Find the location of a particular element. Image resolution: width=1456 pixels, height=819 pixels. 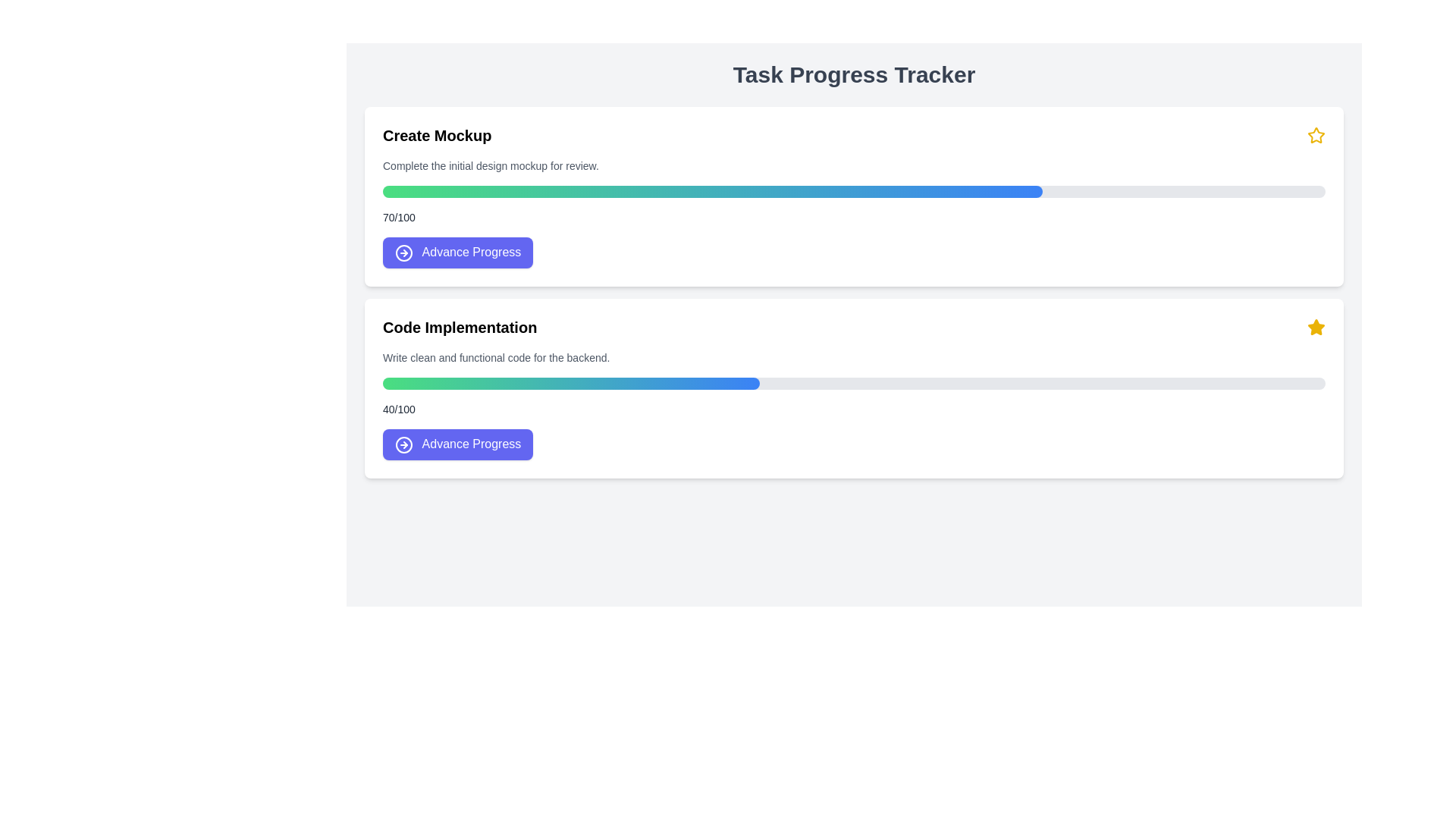

the progress indicator bar located under the 'Code Implementation' section, which features a gradient color scheme transitioning from green to blue, and occupies the leftmost 40% of the bar is located at coordinates (570, 382).